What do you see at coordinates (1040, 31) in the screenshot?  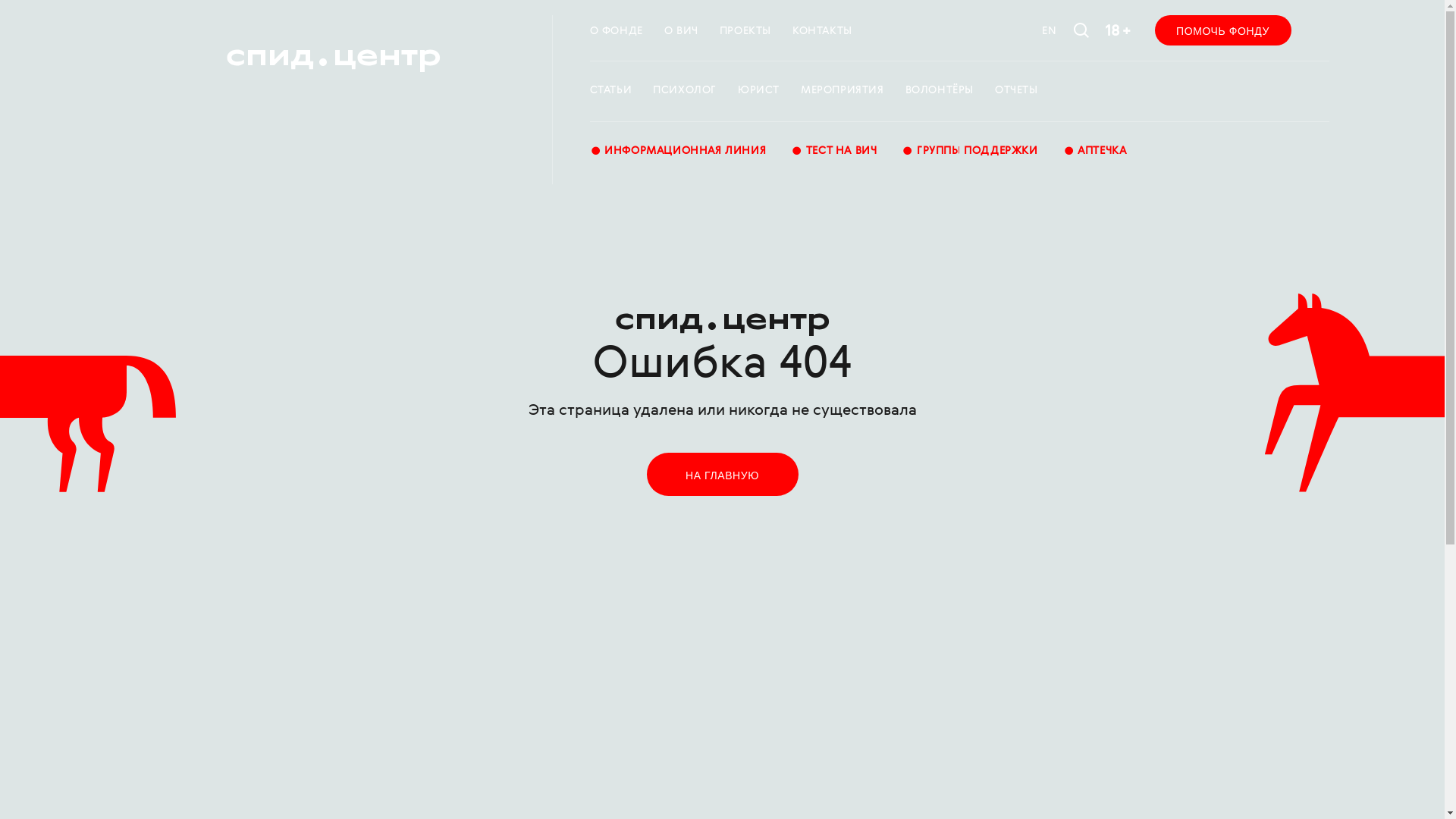 I see `'EN'` at bounding box center [1040, 31].